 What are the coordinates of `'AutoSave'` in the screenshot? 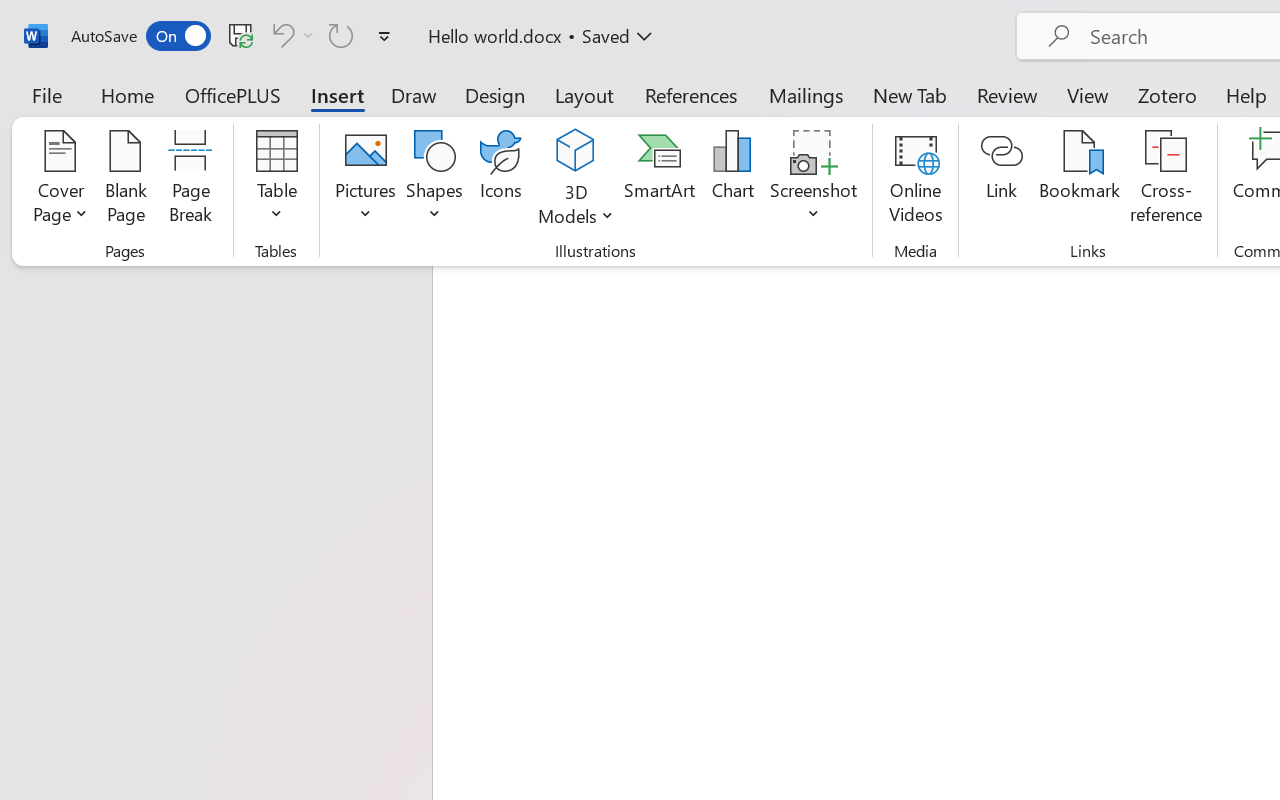 It's located at (139, 35).